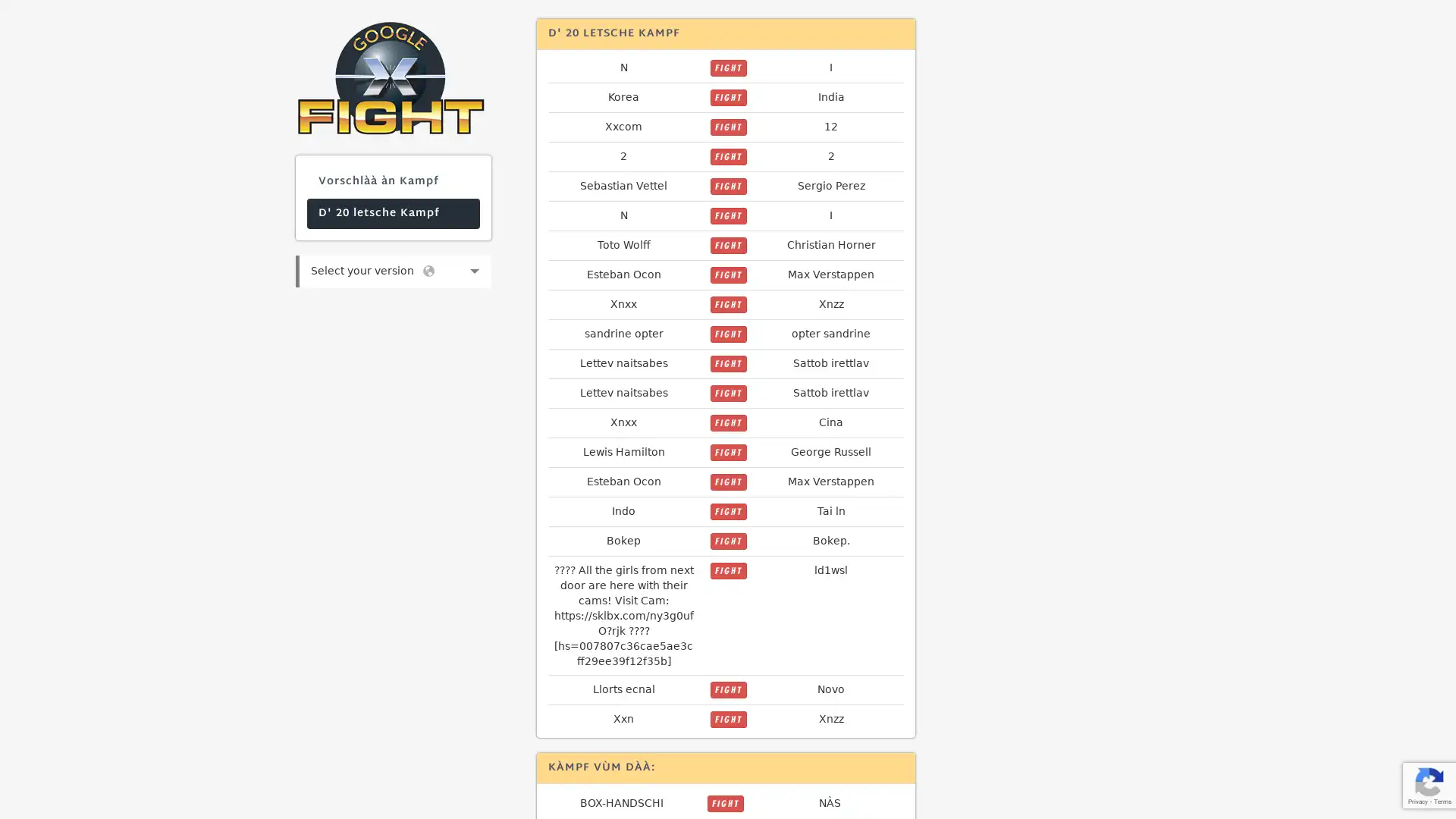 Image resolution: width=1456 pixels, height=819 pixels. What do you see at coordinates (728, 67) in the screenshot?
I see `FIGHT` at bounding box center [728, 67].